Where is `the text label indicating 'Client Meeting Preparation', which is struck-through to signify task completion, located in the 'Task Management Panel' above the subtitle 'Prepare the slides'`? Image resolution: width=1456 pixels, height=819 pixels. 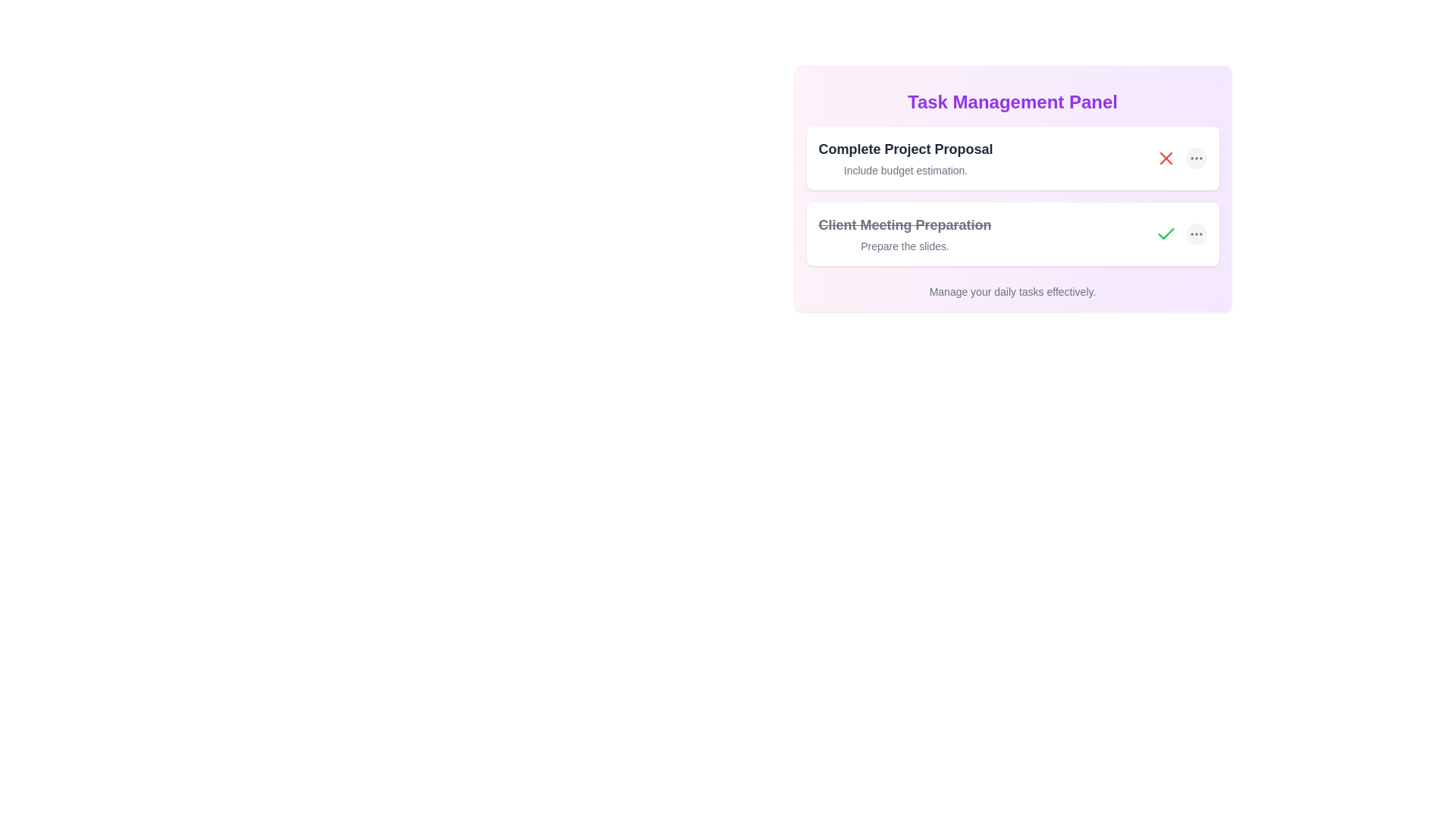 the text label indicating 'Client Meeting Preparation', which is struck-through to signify task completion, located in the 'Task Management Panel' above the subtitle 'Prepare the slides' is located at coordinates (905, 225).